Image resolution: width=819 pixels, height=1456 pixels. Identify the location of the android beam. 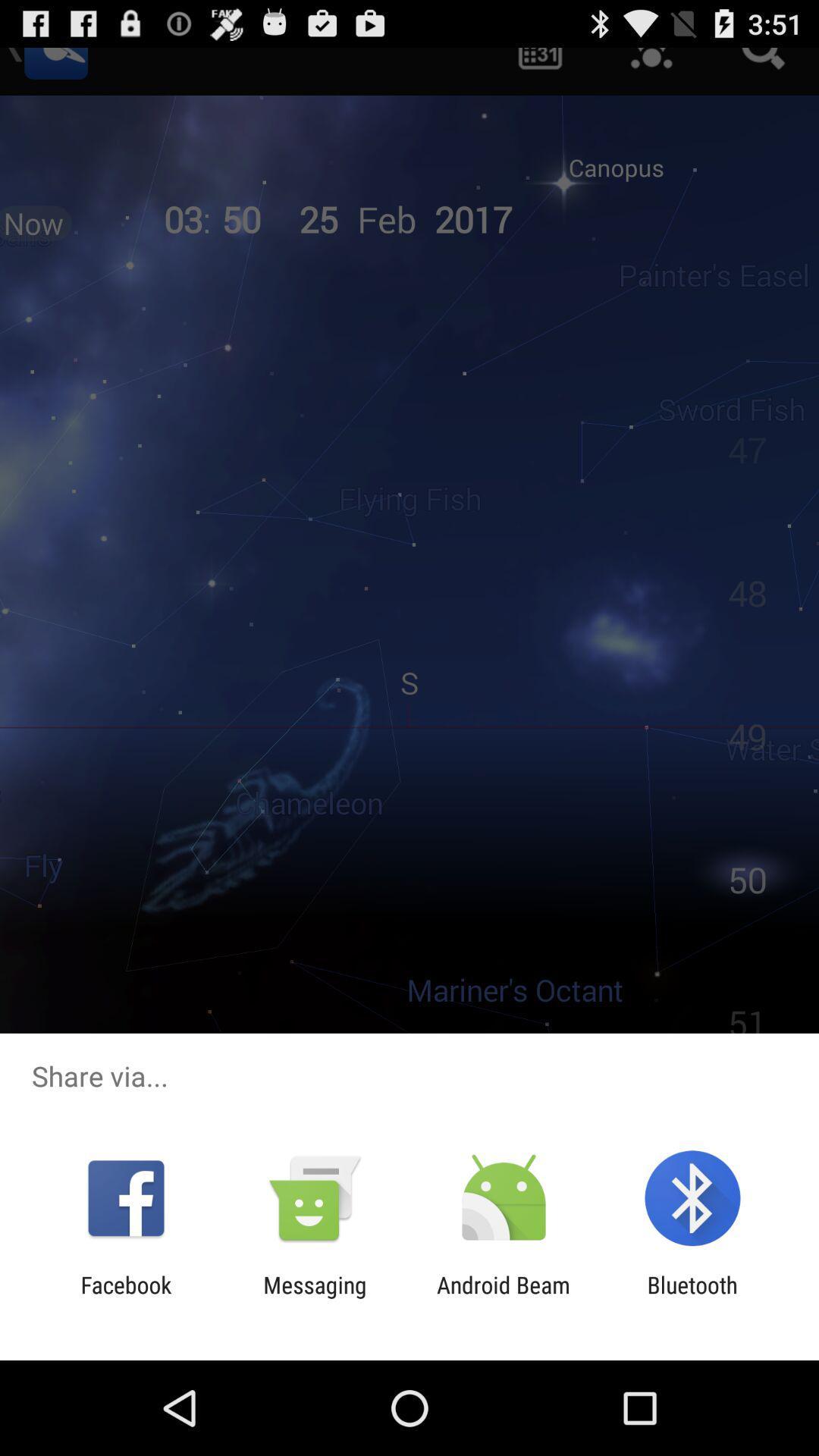
(504, 1298).